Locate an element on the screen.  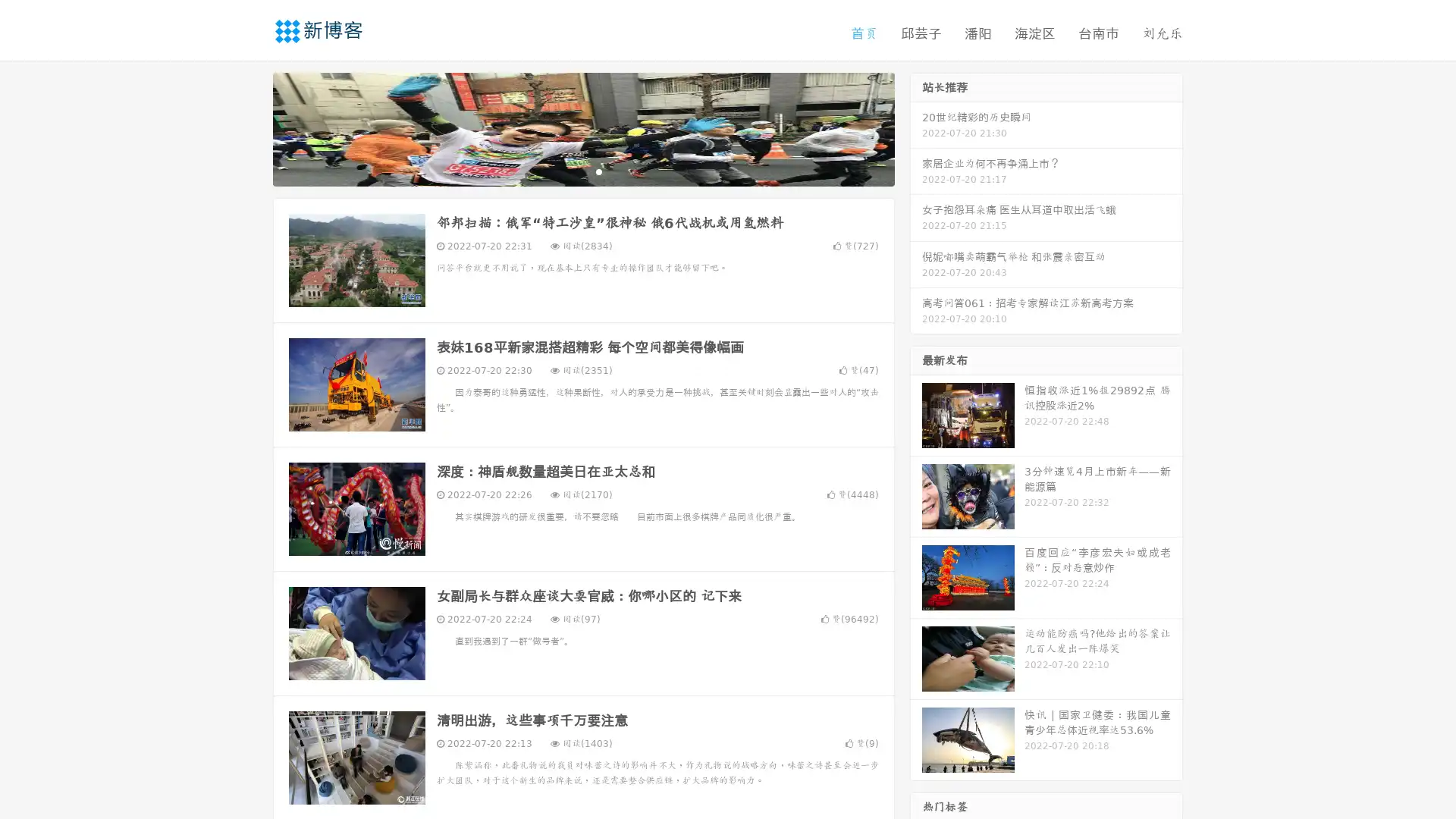
Next slide is located at coordinates (916, 127).